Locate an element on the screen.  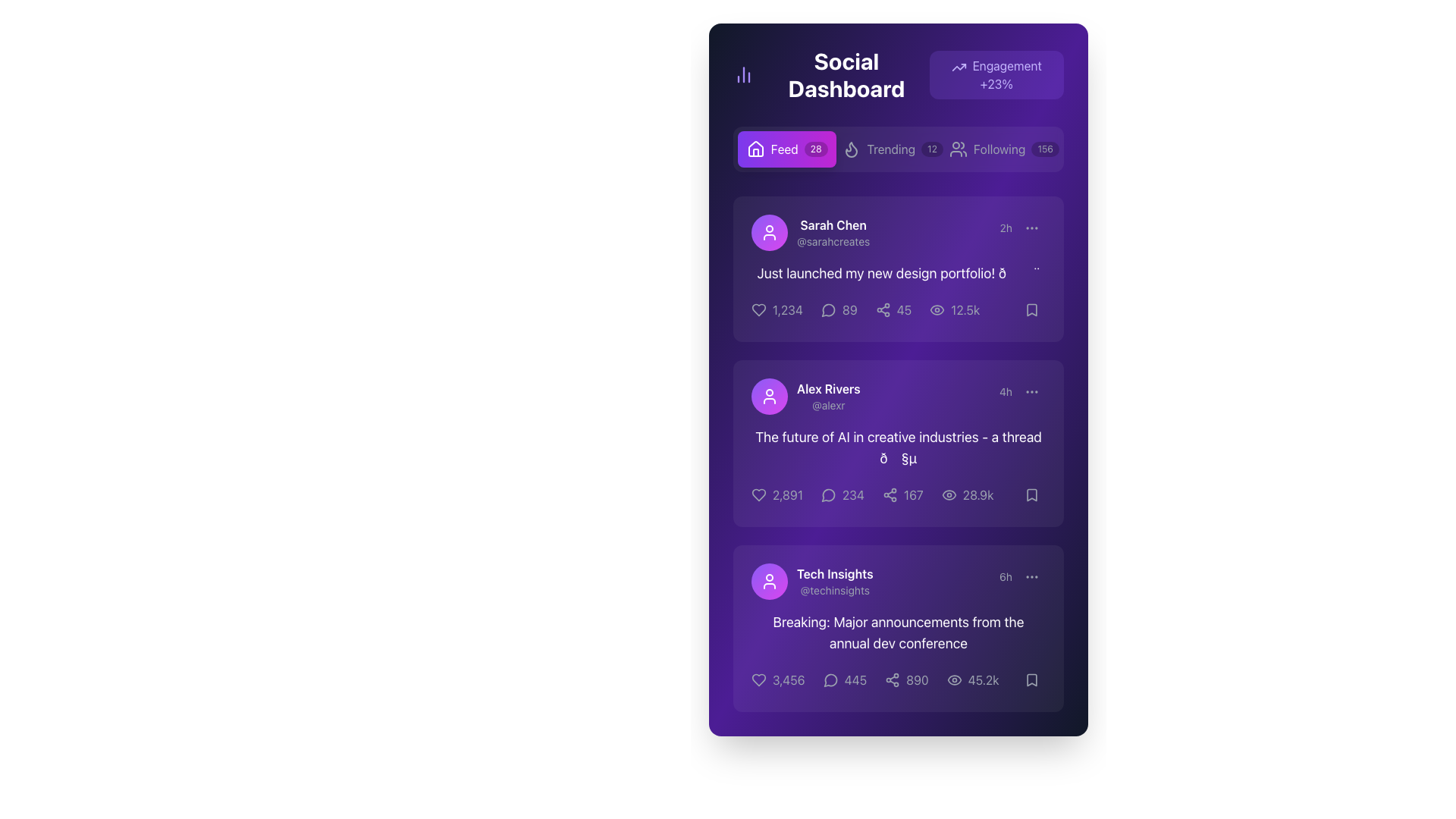
the button located at the top-right corner of the post, adjacent to the timestamp '4h' is located at coordinates (1031, 391).